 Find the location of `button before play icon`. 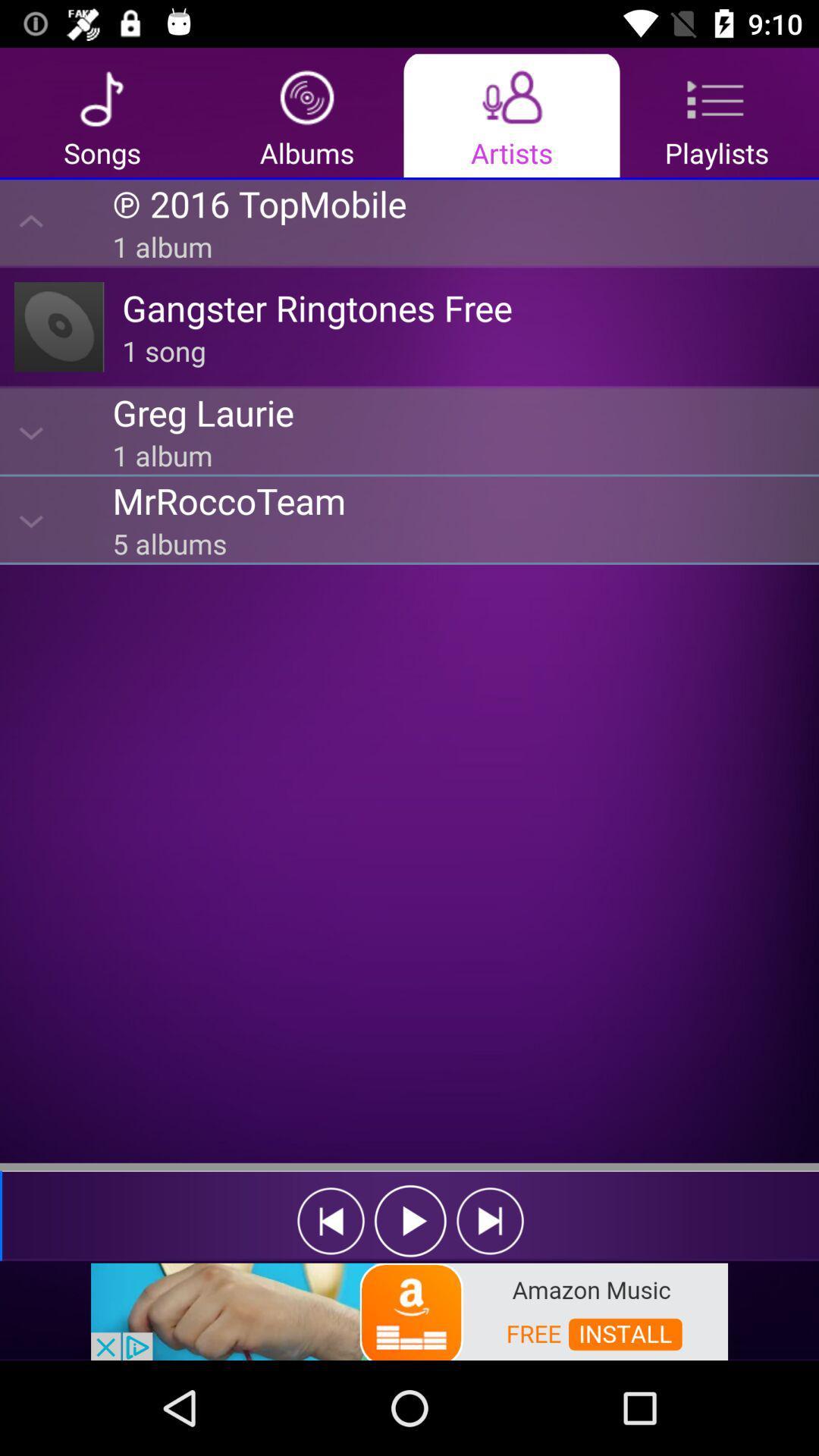

button before play icon is located at coordinates (330, 1221).